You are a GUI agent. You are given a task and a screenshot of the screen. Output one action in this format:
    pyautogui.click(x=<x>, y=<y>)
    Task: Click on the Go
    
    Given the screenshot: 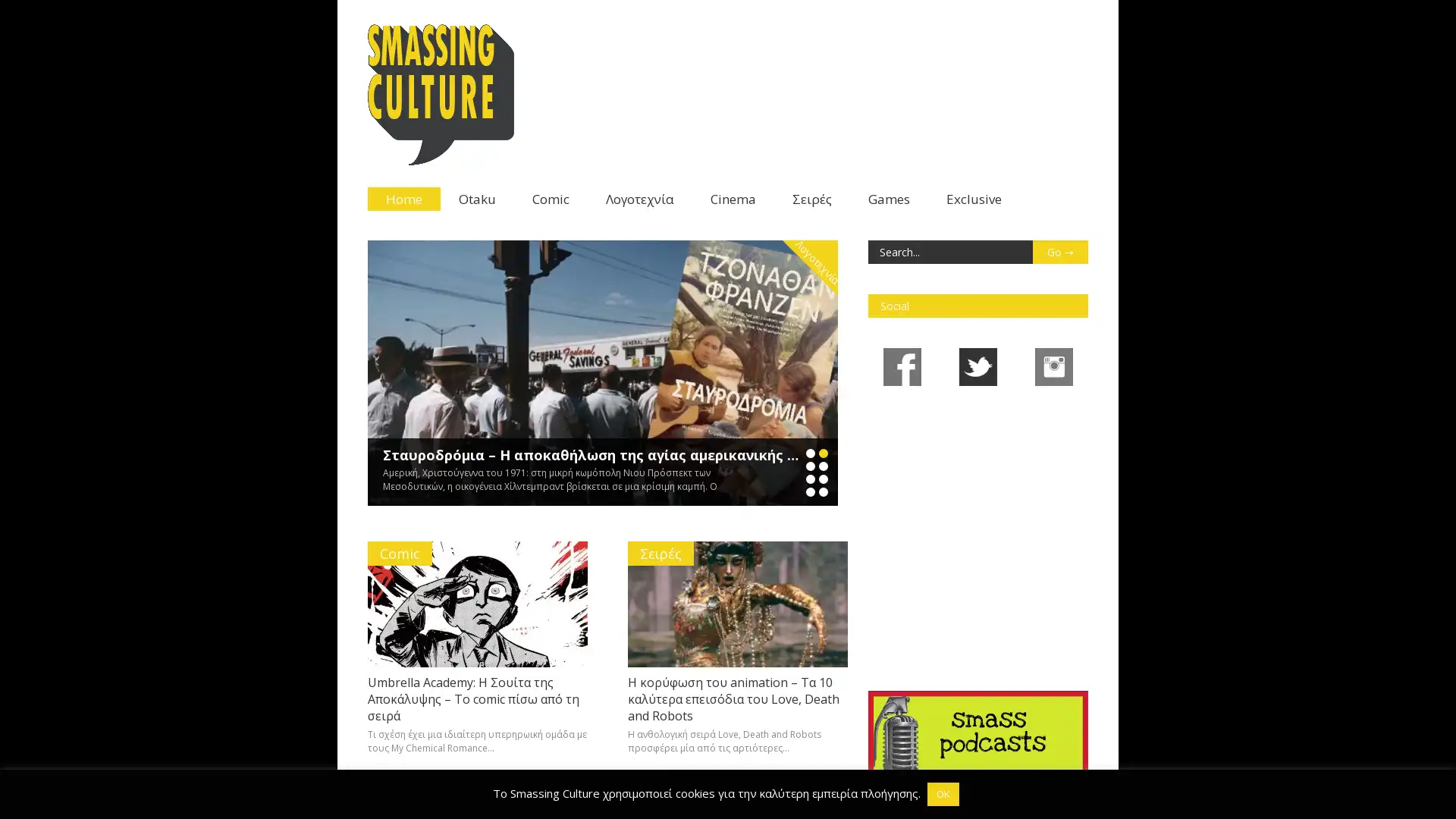 What is the action you would take?
    pyautogui.click(x=1059, y=251)
    